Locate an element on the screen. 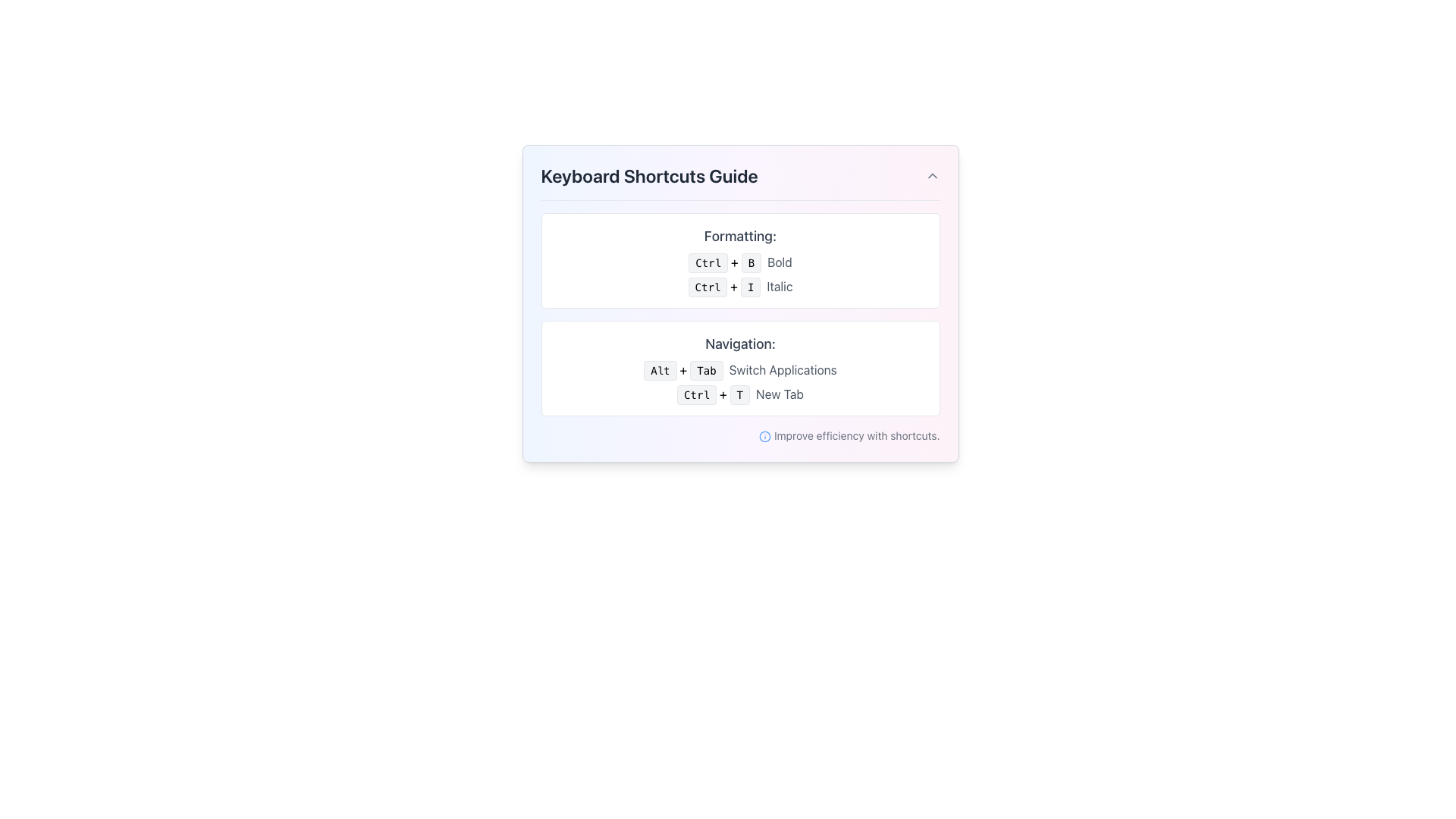  the non-interactive button labeled 'Tab' with a light gray background and rounded corners, positioned between the '+' button and the 'Switch Applications' text in the 'Navigation:' section is located at coordinates (705, 371).